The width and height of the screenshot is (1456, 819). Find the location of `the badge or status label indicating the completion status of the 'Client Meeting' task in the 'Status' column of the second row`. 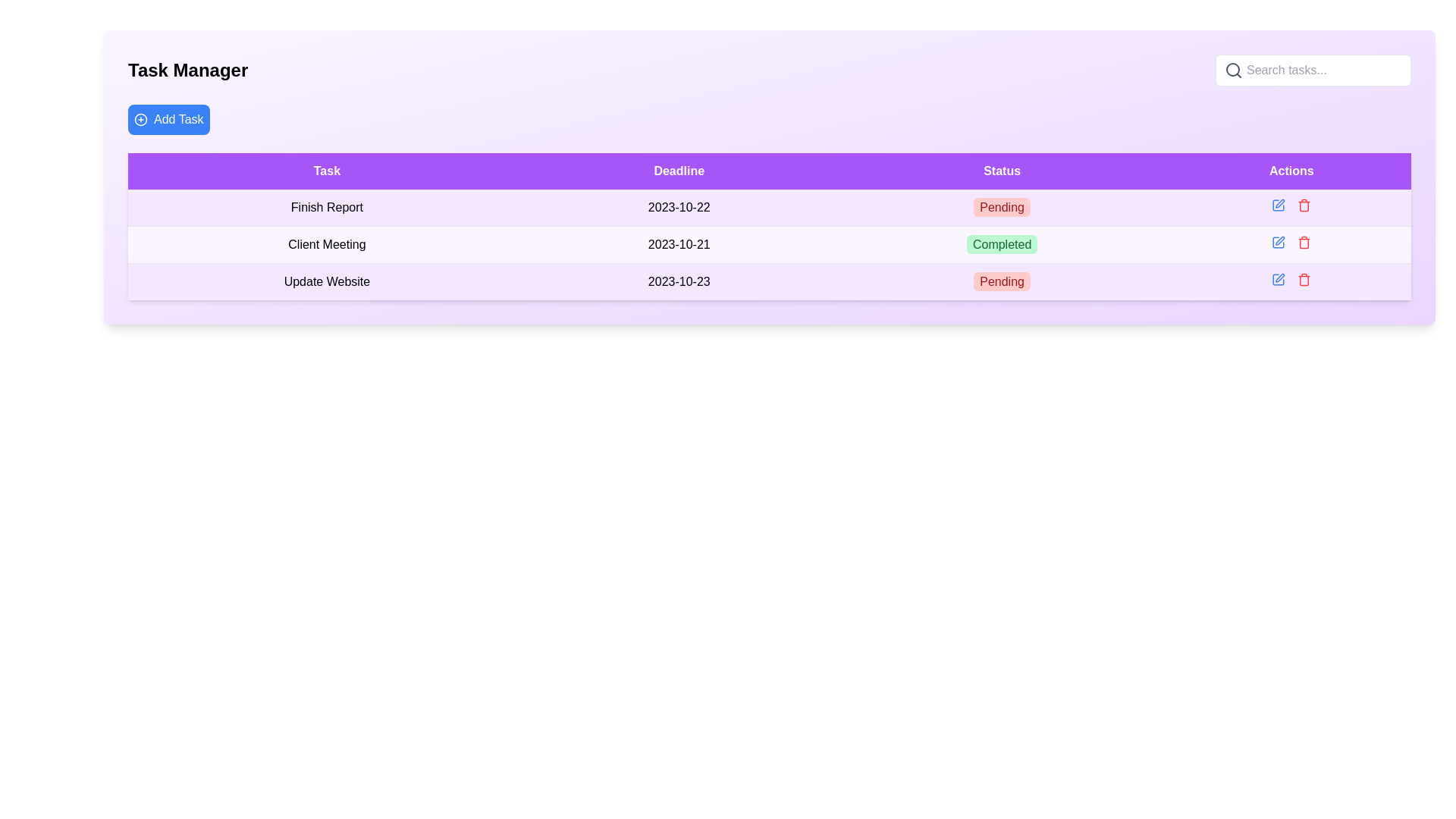

the badge or status label indicating the completion status of the 'Client Meeting' task in the 'Status' column of the second row is located at coordinates (1002, 244).